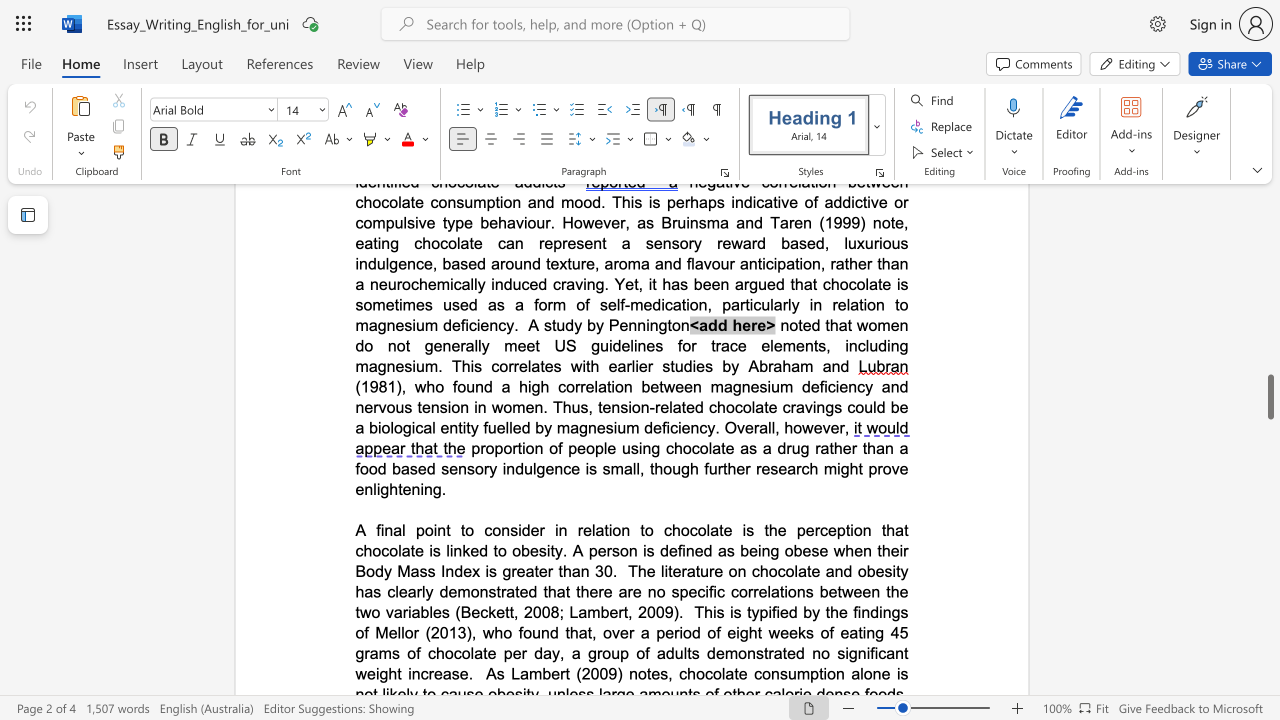 The image size is (1280, 720). What do you see at coordinates (1269, 238) in the screenshot?
I see `the scrollbar on the right to shift the page higher` at bounding box center [1269, 238].